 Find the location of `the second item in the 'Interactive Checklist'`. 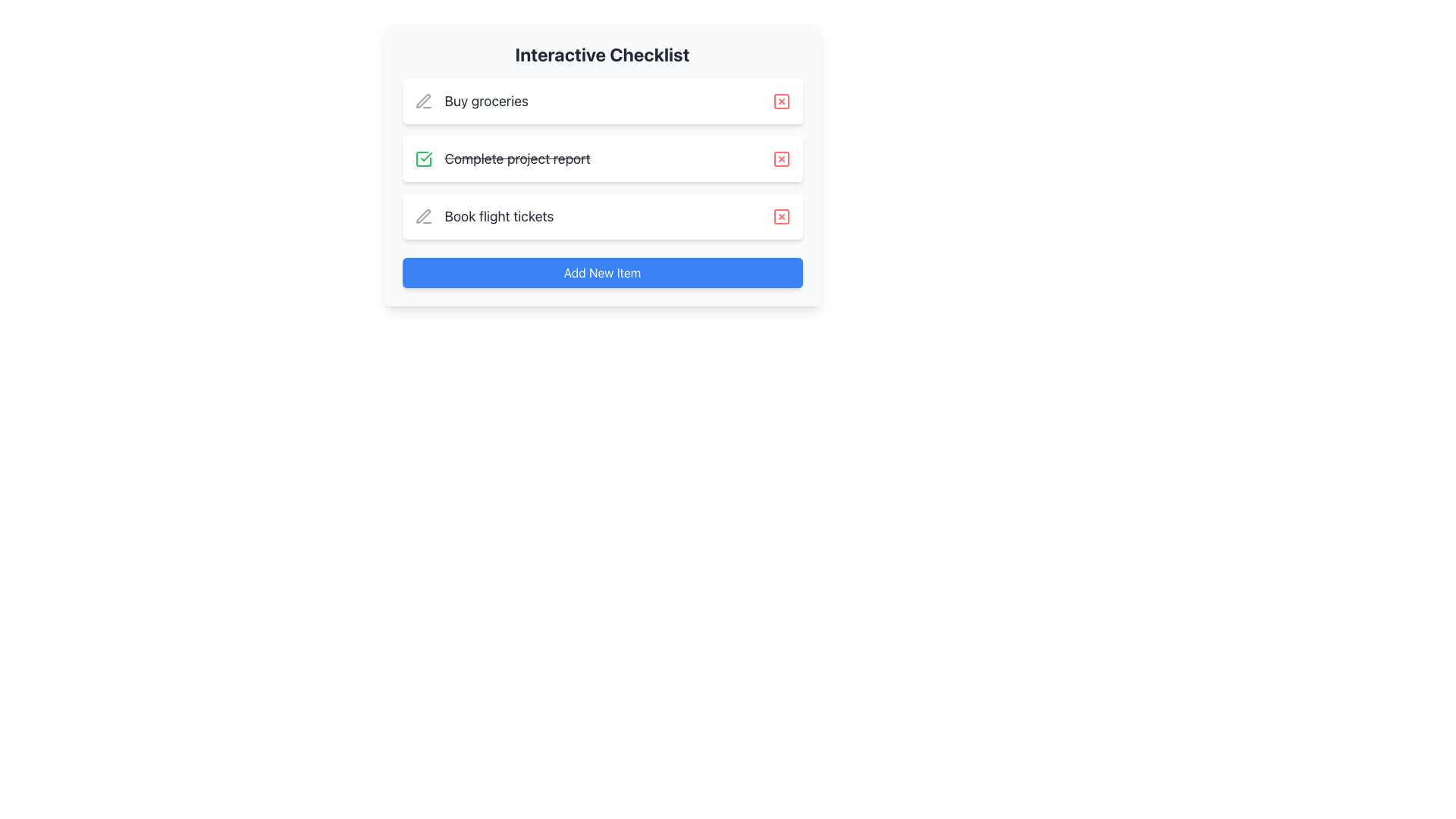

the second item in the 'Interactive Checklist' is located at coordinates (601, 158).